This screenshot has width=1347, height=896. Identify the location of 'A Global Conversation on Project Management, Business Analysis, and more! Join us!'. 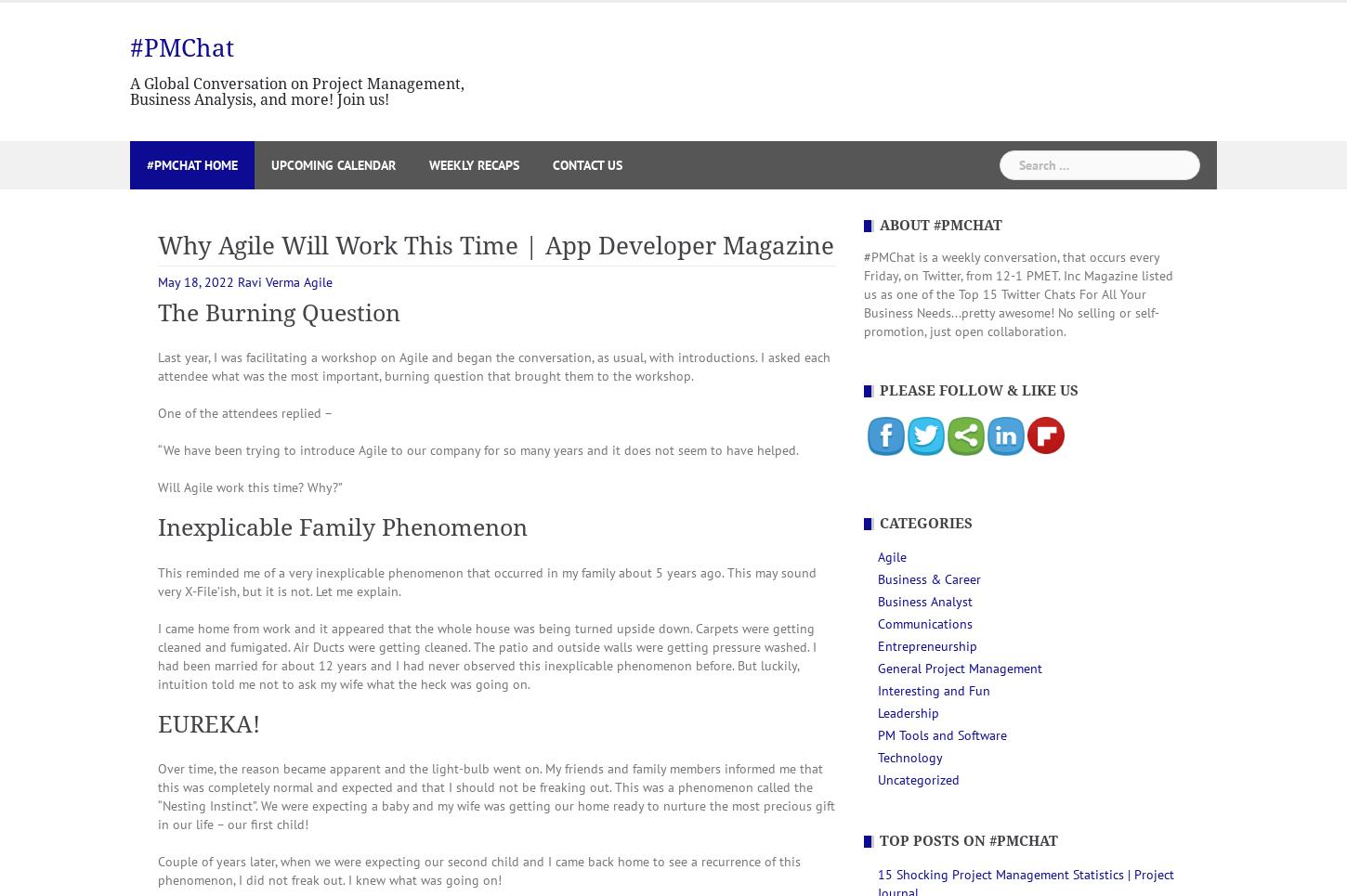
(297, 90).